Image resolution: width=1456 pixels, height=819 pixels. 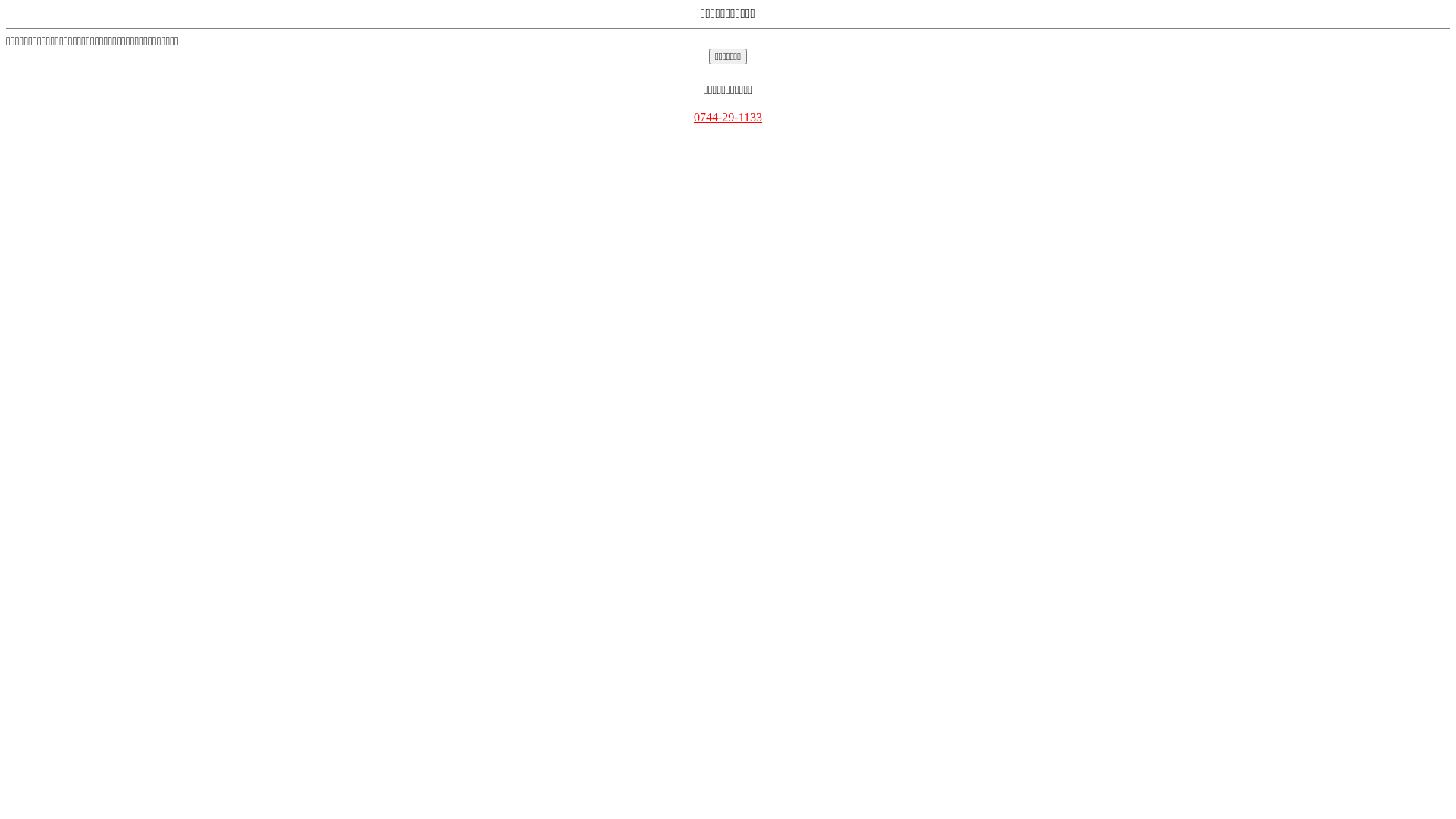 What do you see at coordinates (728, 116) in the screenshot?
I see `'0744-29-1133'` at bounding box center [728, 116].